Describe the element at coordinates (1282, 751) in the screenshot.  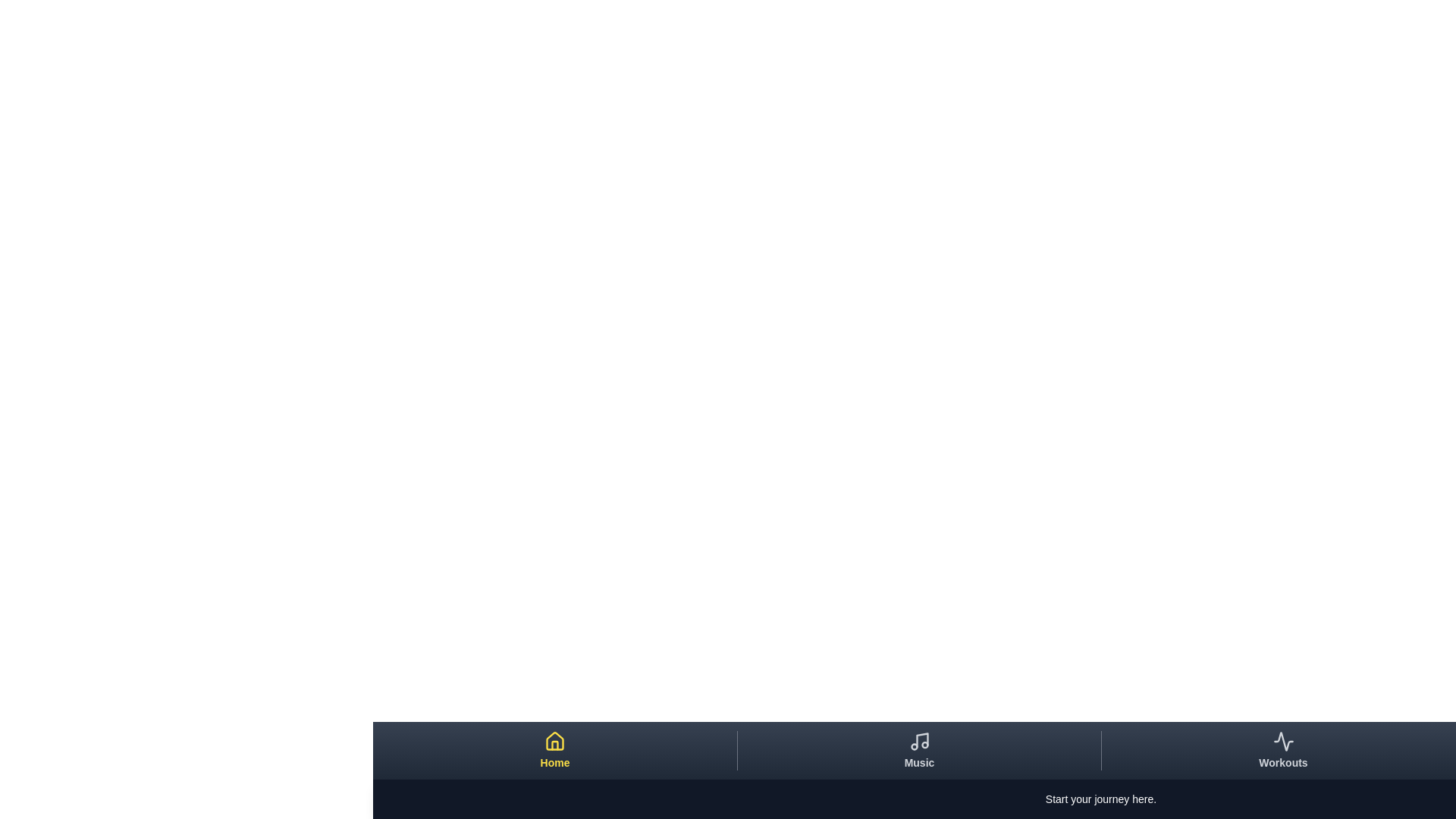
I see `the tab Workouts to preview its hover effects` at that location.